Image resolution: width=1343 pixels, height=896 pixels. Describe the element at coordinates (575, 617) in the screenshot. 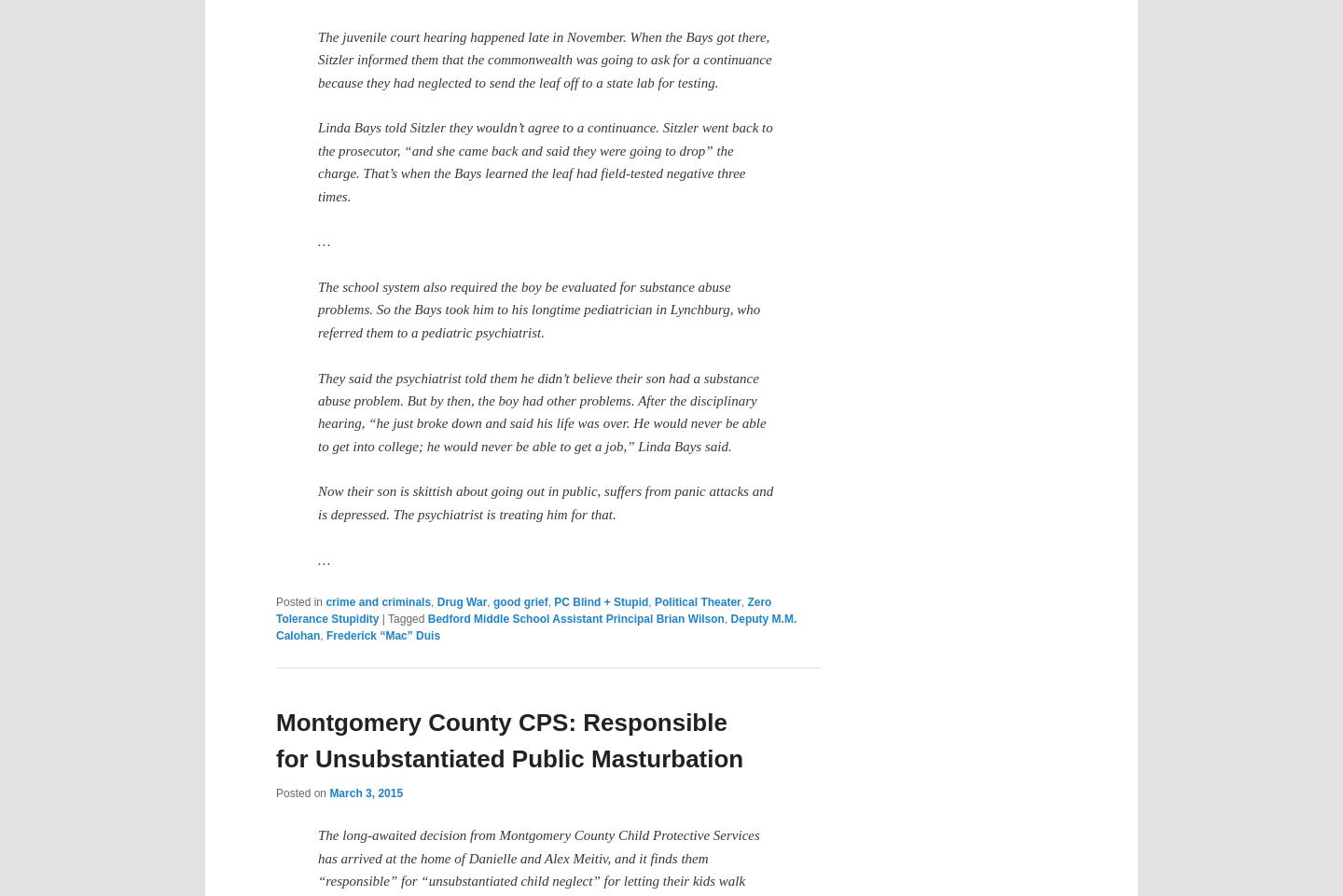

I see `'Bedford Middle School Assistant Principal Brian Wilson'` at that location.